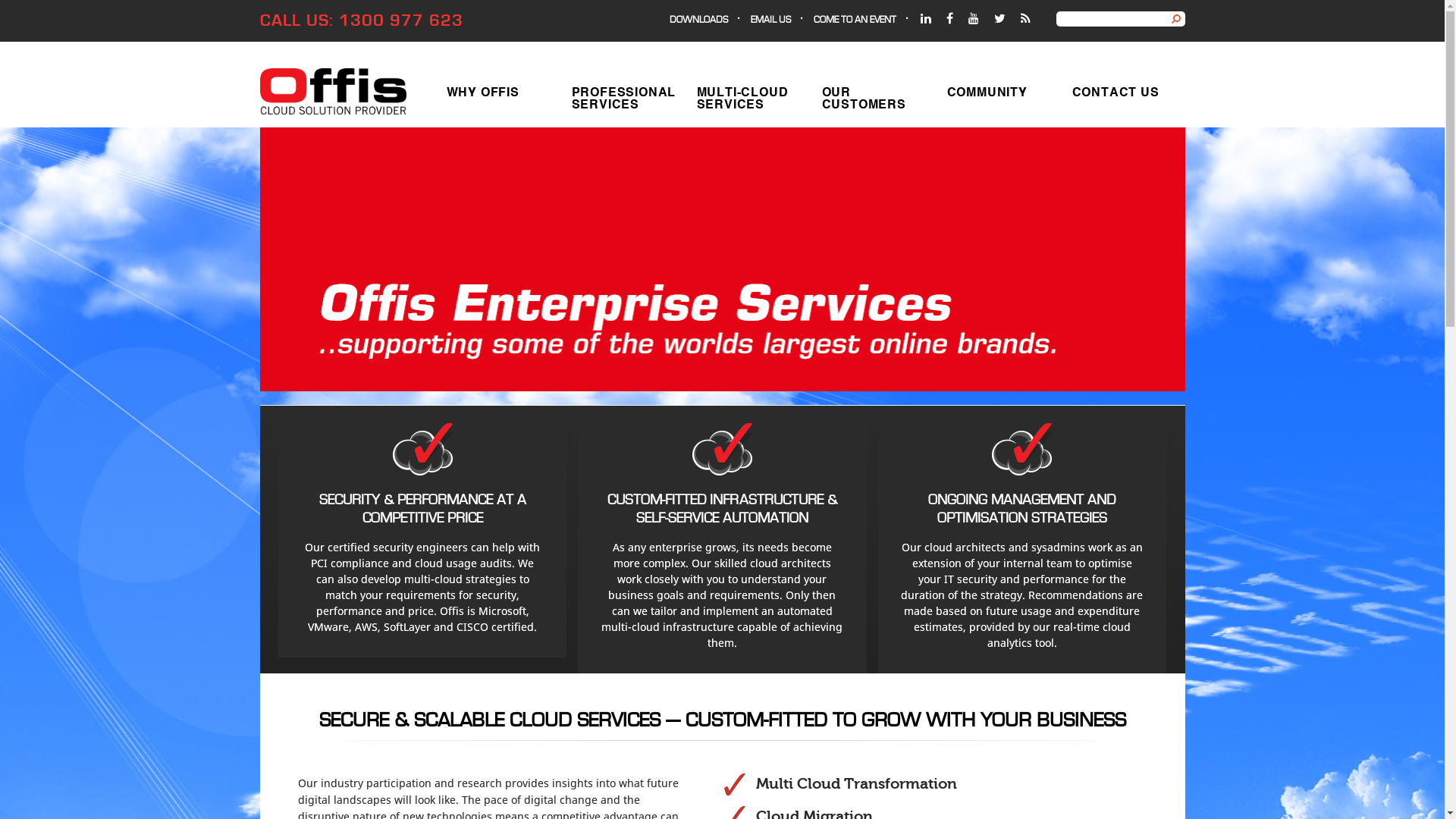 The width and height of the screenshot is (1456, 819). What do you see at coordinates (871, 96) in the screenshot?
I see `'OUR CUSTOMERS'` at bounding box center [871, 96].